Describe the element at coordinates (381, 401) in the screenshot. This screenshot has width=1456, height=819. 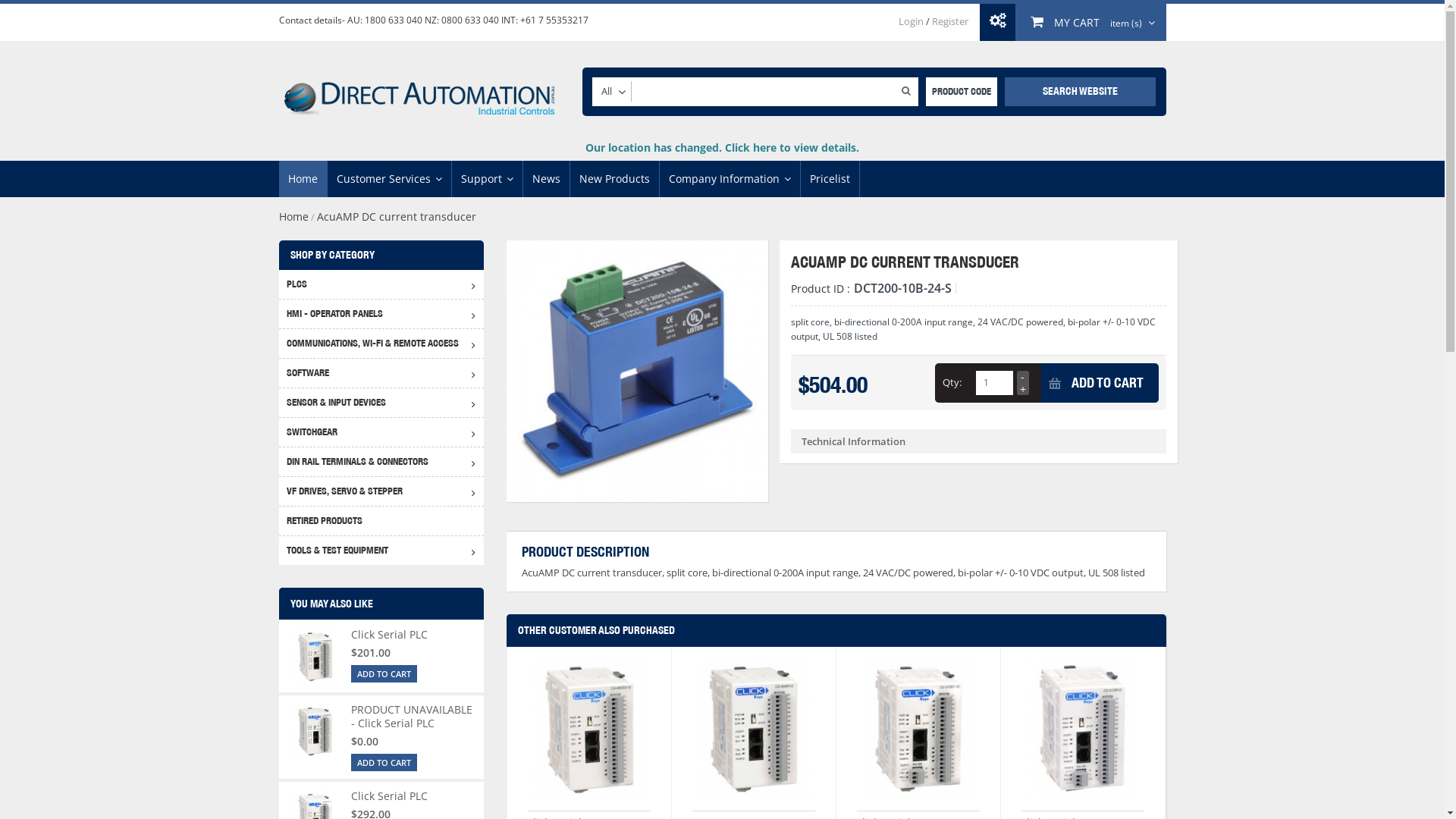
I see `'SENSOR & INPUT DEVICES'` at that location.